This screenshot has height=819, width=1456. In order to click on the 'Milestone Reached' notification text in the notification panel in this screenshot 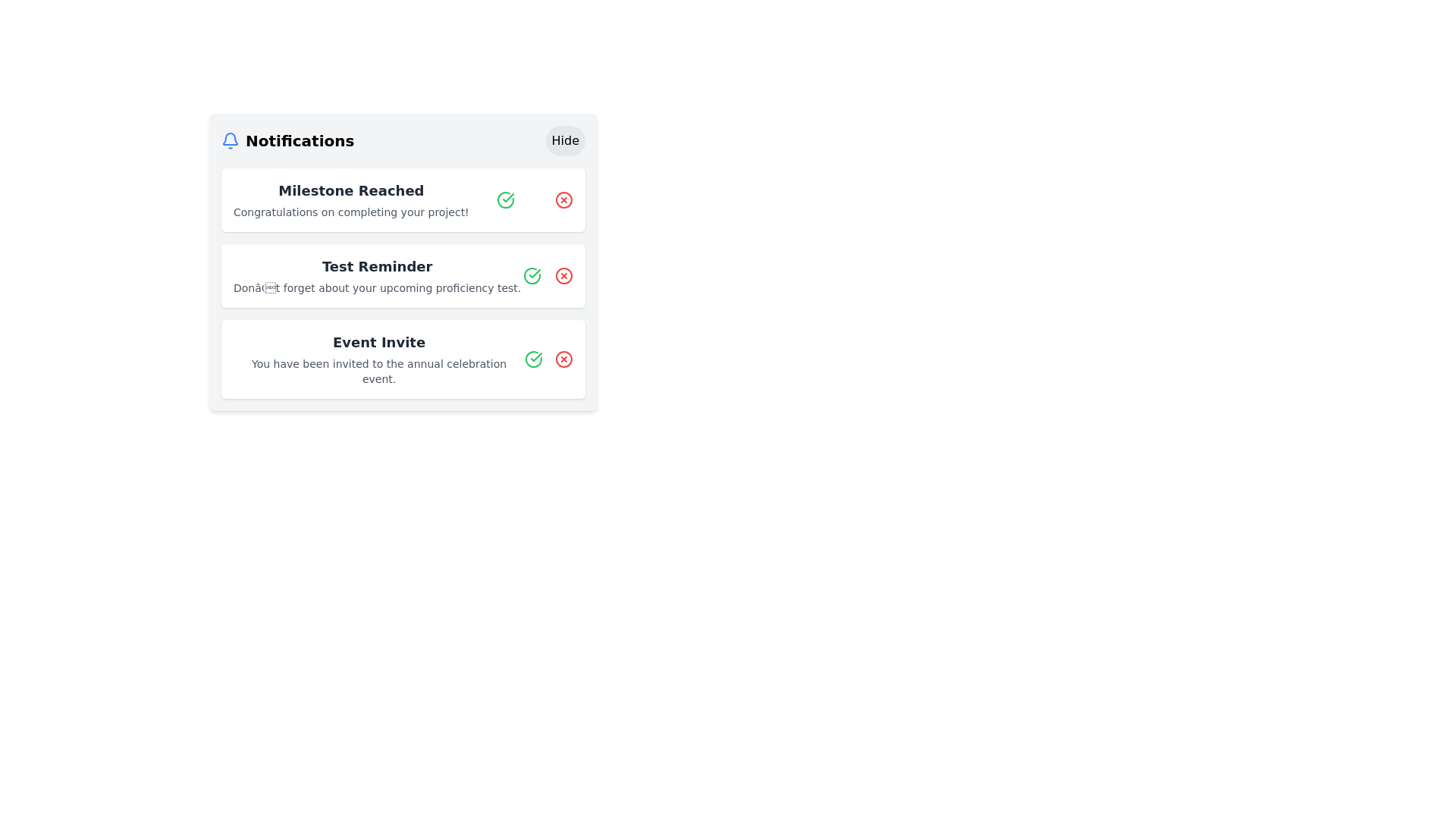, I will do `click(350, 199)`.